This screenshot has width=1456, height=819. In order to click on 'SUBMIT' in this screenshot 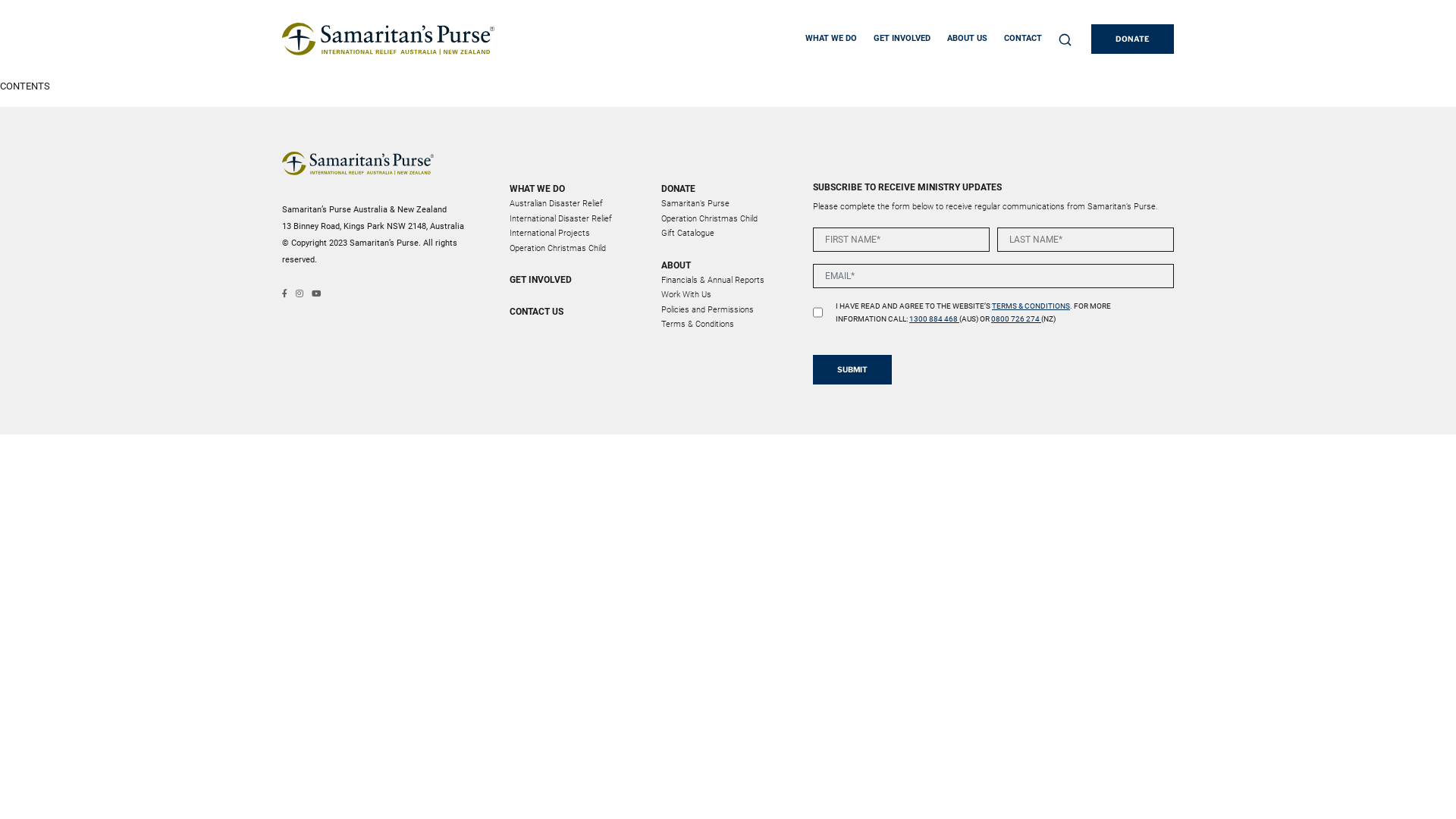, I will do `click(852, 369)`.